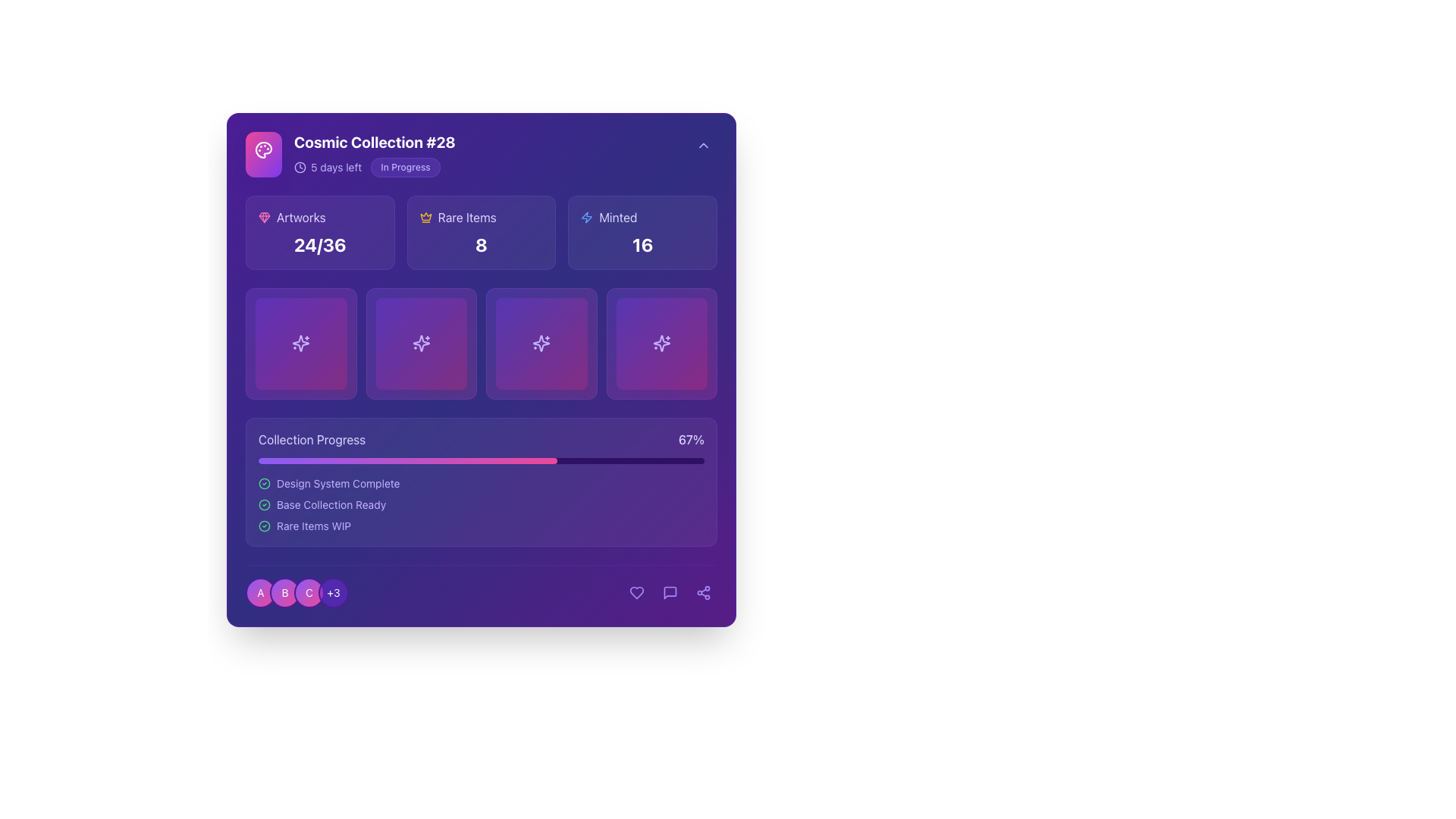 Image resolution: width=1456 pixels, height=819 pixels. I want to click on the interactive button with rounded corners, gradient background from violet to pink, and a white sparkle icon at its center, located in the third position of a grid row, so click(541, 344).